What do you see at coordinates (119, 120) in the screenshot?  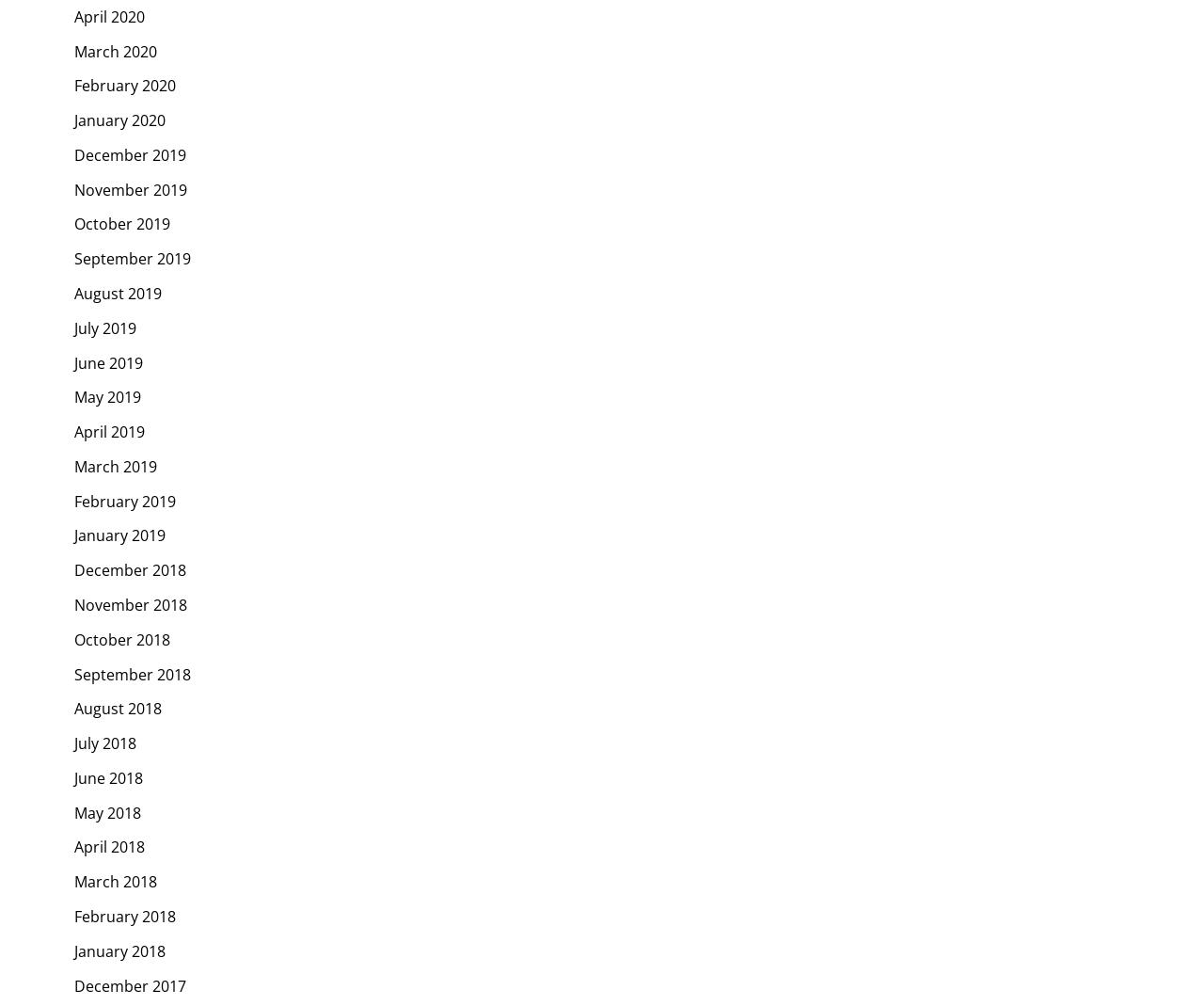 I see `'January 2020'` at bounding box center [119, 120].